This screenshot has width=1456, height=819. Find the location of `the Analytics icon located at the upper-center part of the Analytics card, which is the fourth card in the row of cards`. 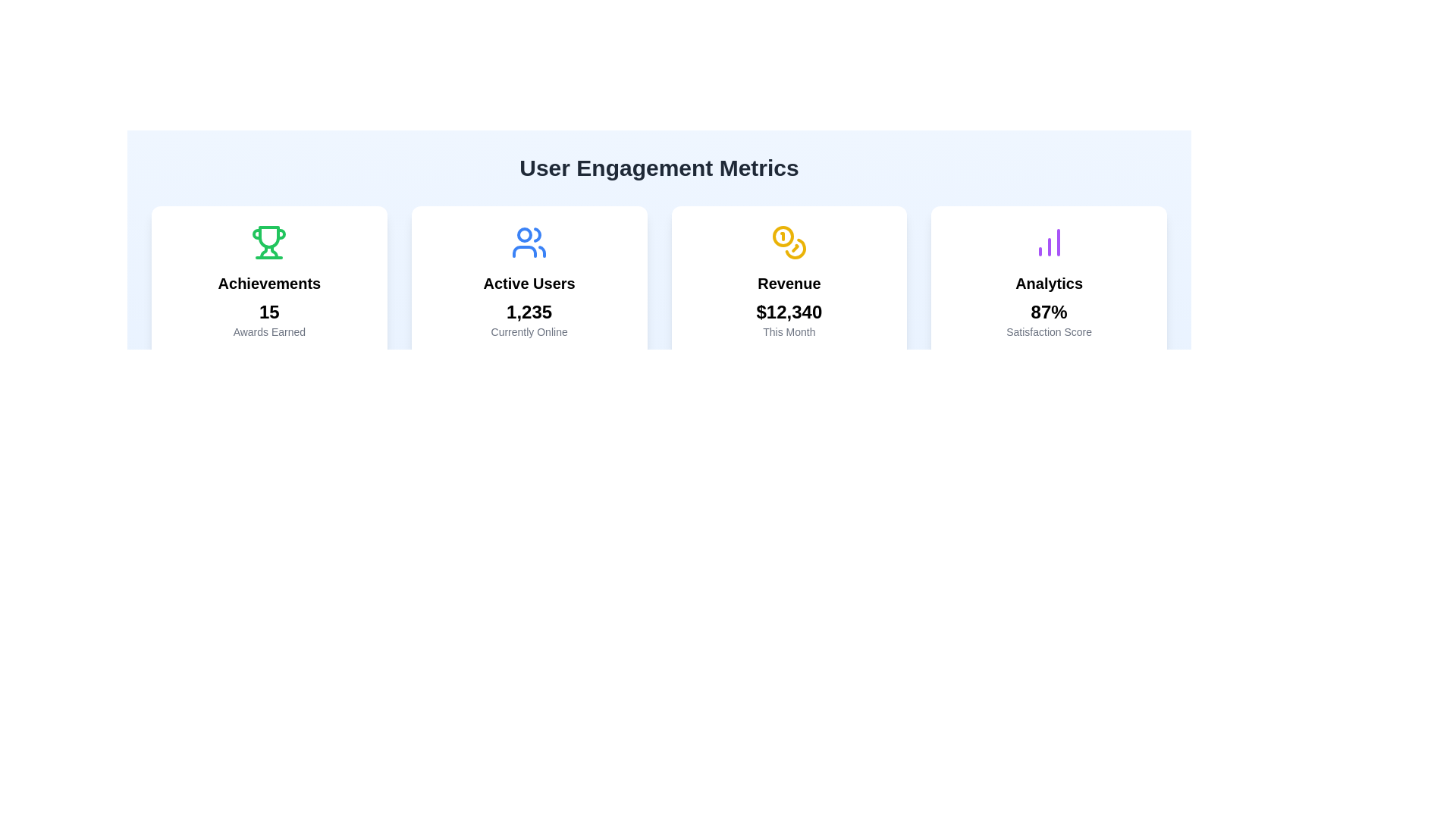

the Analytics icon located at the upper-center part of the Analytics card, which is the fourth card in the row of cards is located at coordinates (1048, 242).